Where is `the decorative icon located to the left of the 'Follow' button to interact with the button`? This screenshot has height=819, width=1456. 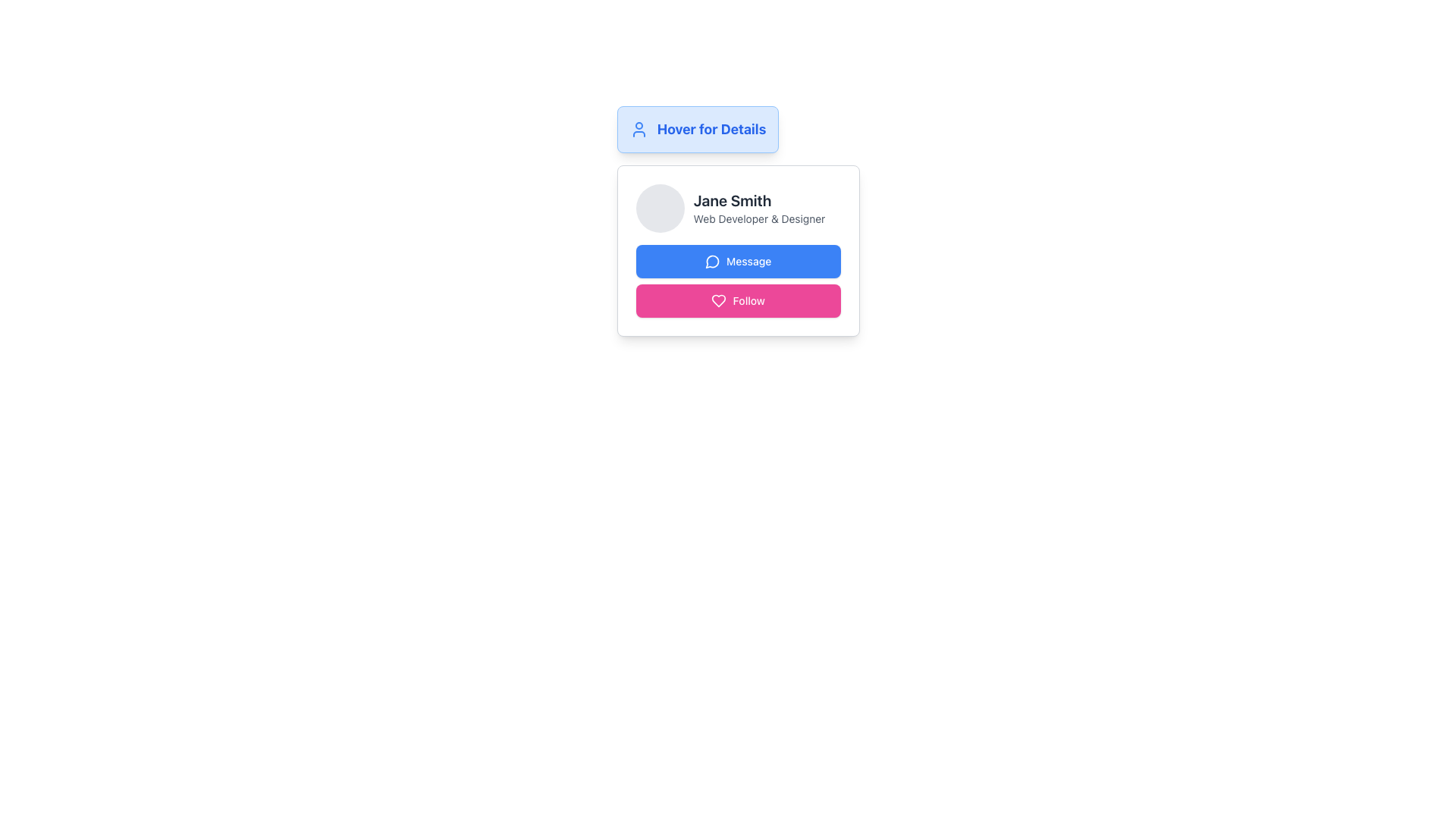
the decorative icon located to the left of the 'Follow' button to interact with the button is located at coordinates (718, 301).